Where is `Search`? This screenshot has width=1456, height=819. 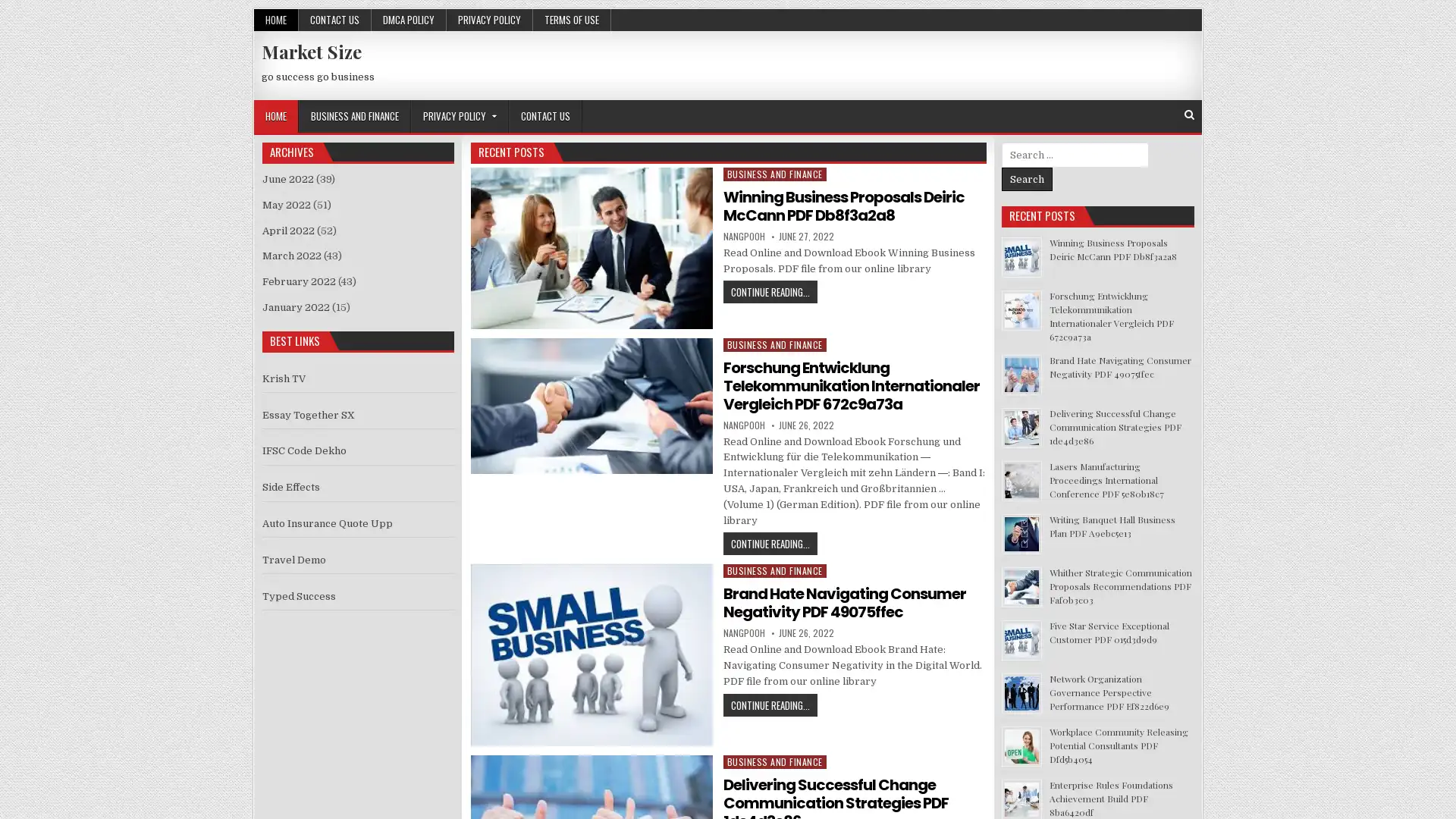
Search is located at coordinates (1027, 178).